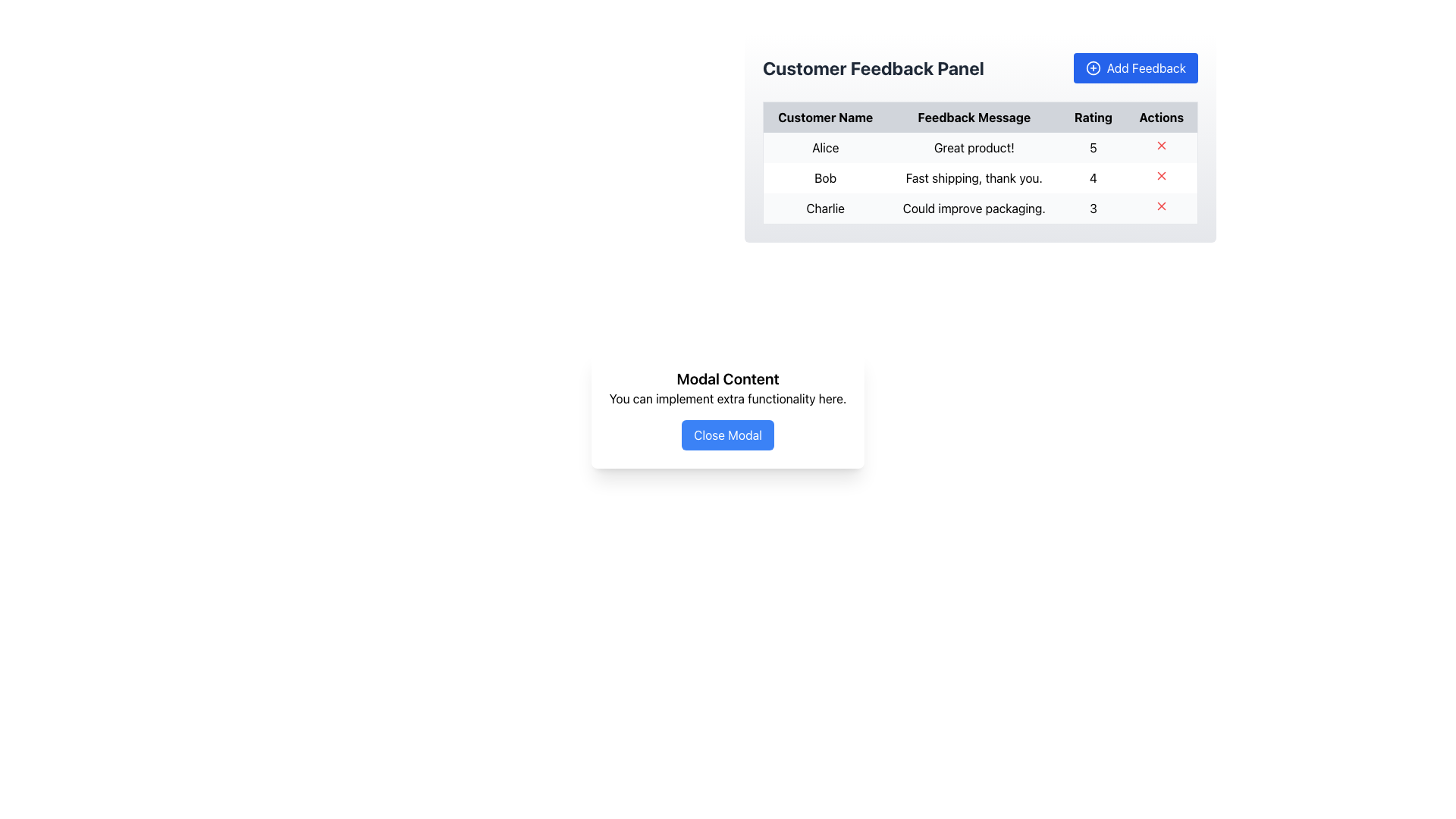 The width and height of the screenshot is (1456, 819). I want to click on the 'Feedback Message' text element located in the header of the table, which is the second item in the row, positioned between 'Customer Name' and 'Rating' headers, so click(974, 116).